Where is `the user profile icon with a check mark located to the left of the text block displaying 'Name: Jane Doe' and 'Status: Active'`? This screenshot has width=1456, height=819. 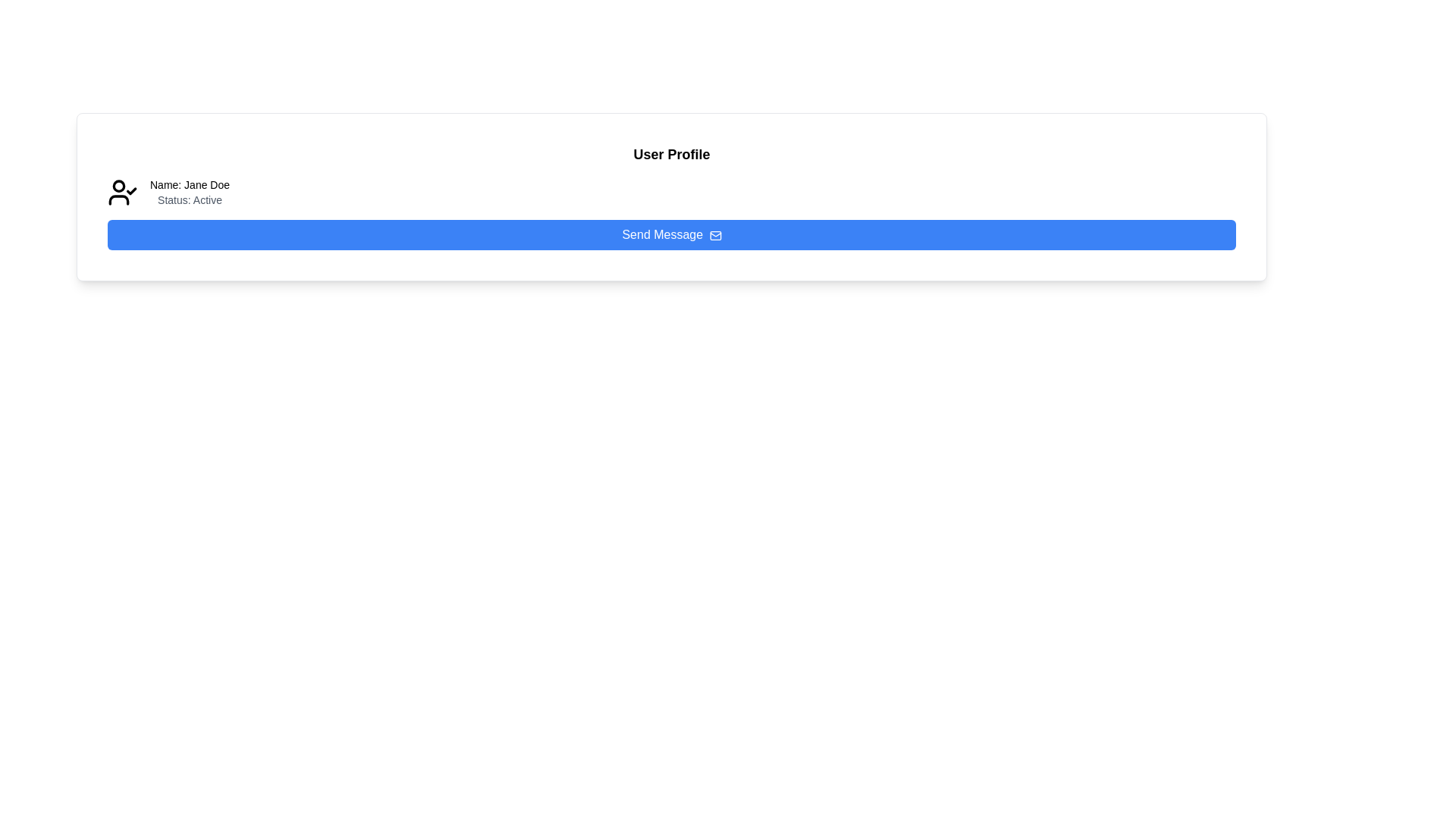
the user profile icon with a check mark located to the left of the text block displaying 'Name: Jane Doe' and 'Status: Active' is located at coordinates (123, 192).